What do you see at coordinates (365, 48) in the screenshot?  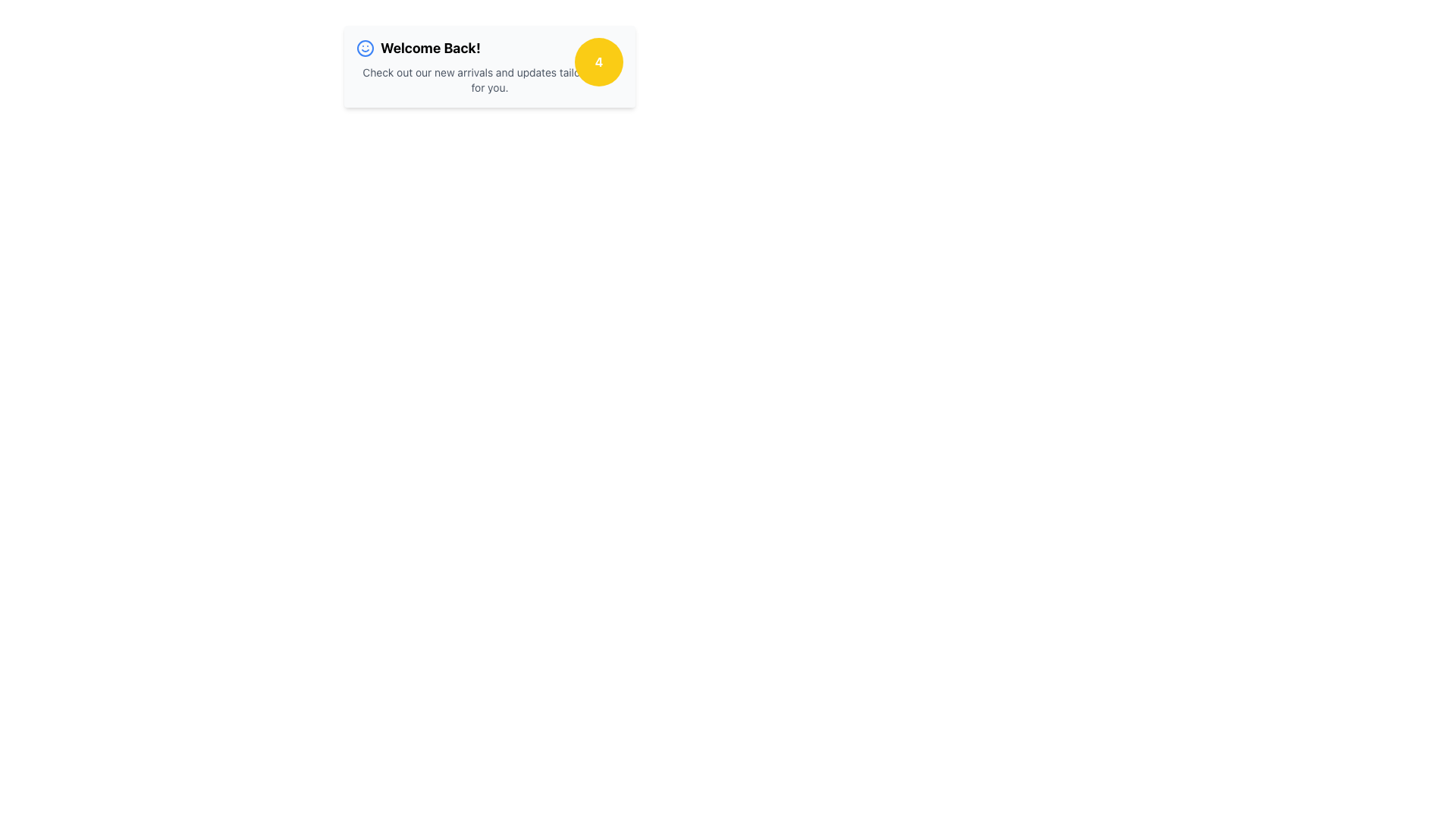 I see `the circular blue smiling face icon located at the left-most part of the horizontal layout bar, which is positioned to the left of the 'Welcome Back!' text` at bounding box center [365, 48].